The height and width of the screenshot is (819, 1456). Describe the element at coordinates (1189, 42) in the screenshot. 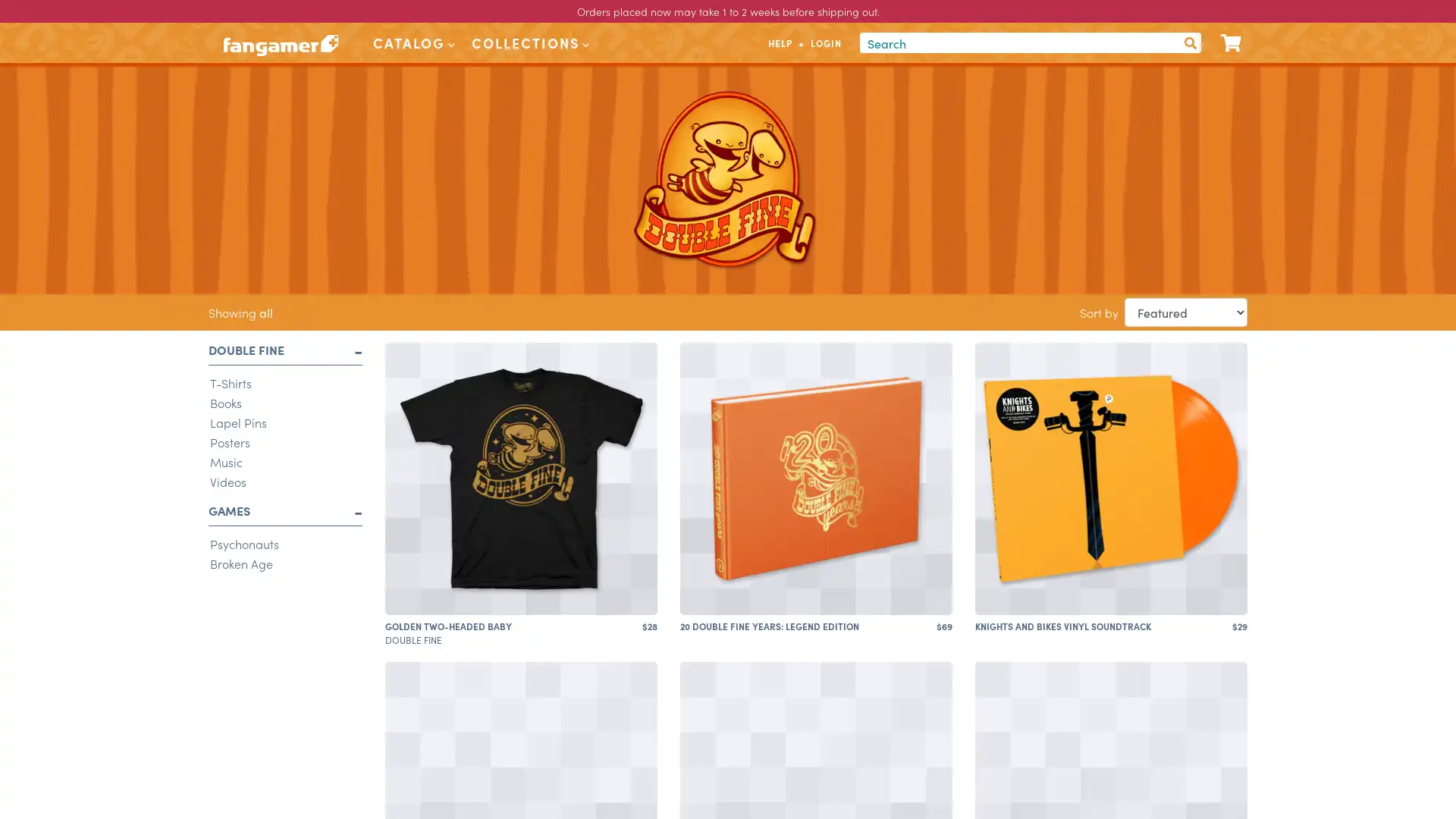

I see `Submit Search` at that location.